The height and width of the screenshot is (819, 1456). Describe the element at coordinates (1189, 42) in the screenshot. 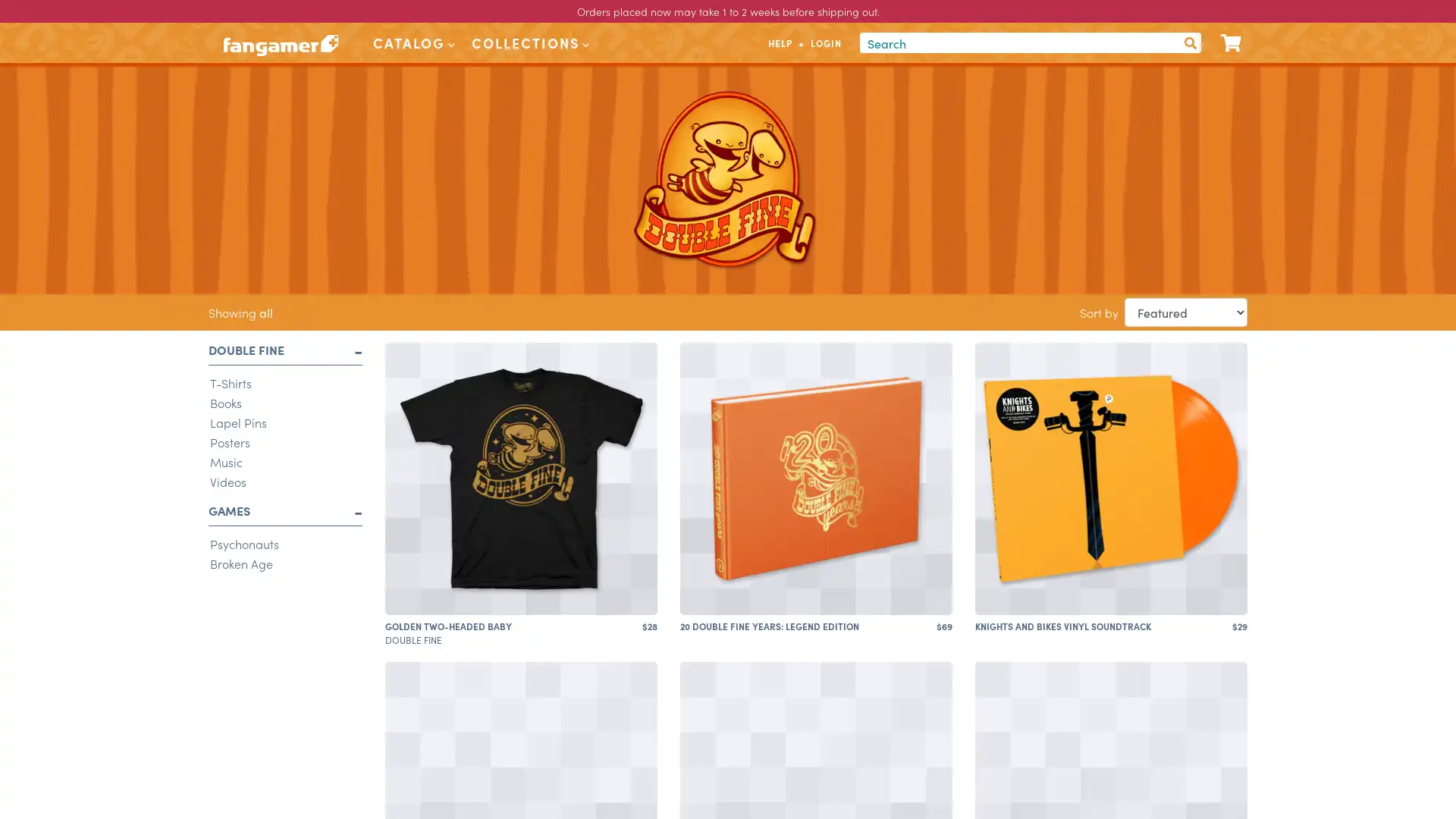

I see `Submit Search` at that location.